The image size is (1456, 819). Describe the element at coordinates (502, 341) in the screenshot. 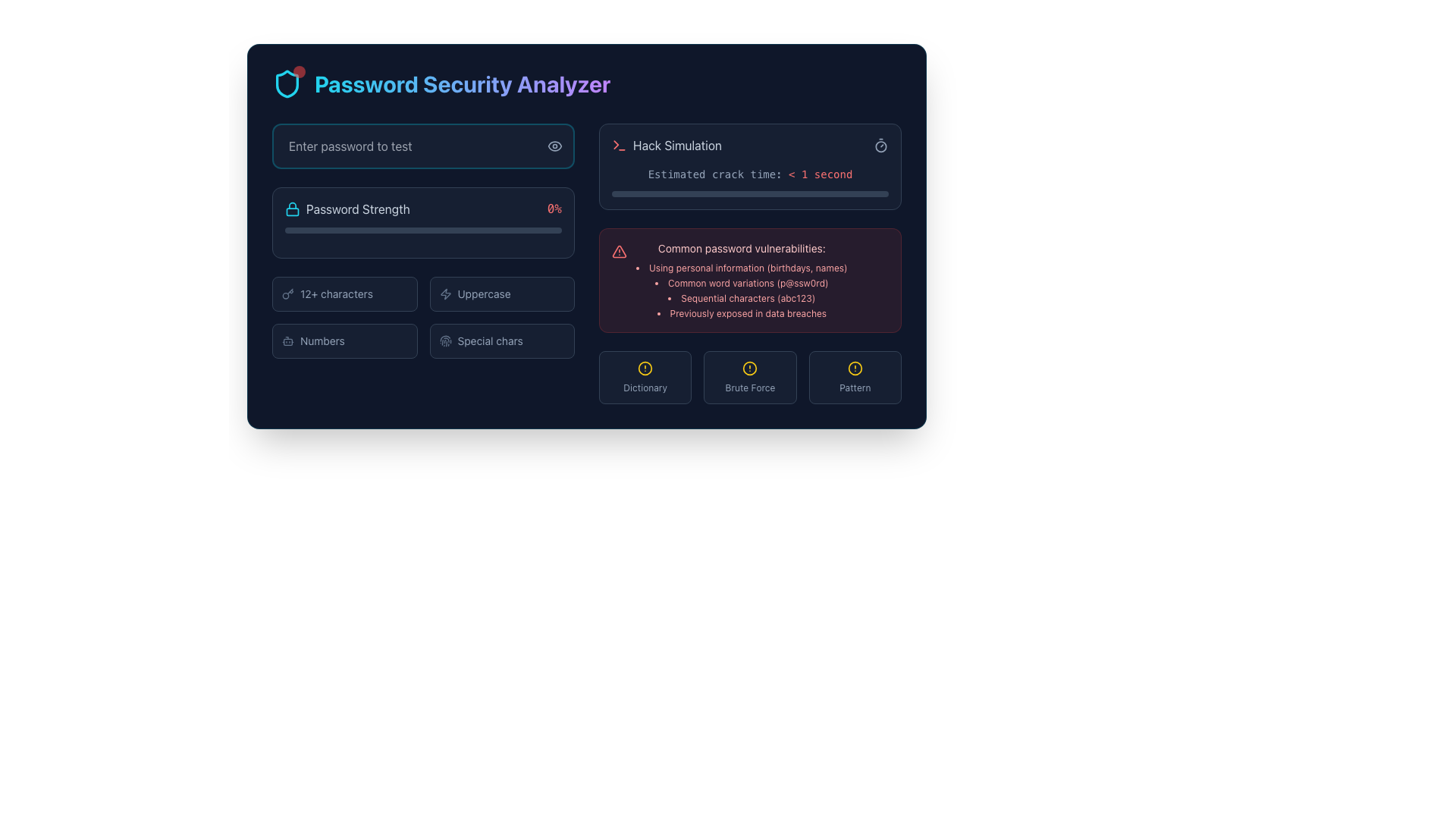

I see `the fourth checklist item in the password characteristics indicators group in the lower-left section of the interface, which indicates the special character criterion for passwords` at that location.